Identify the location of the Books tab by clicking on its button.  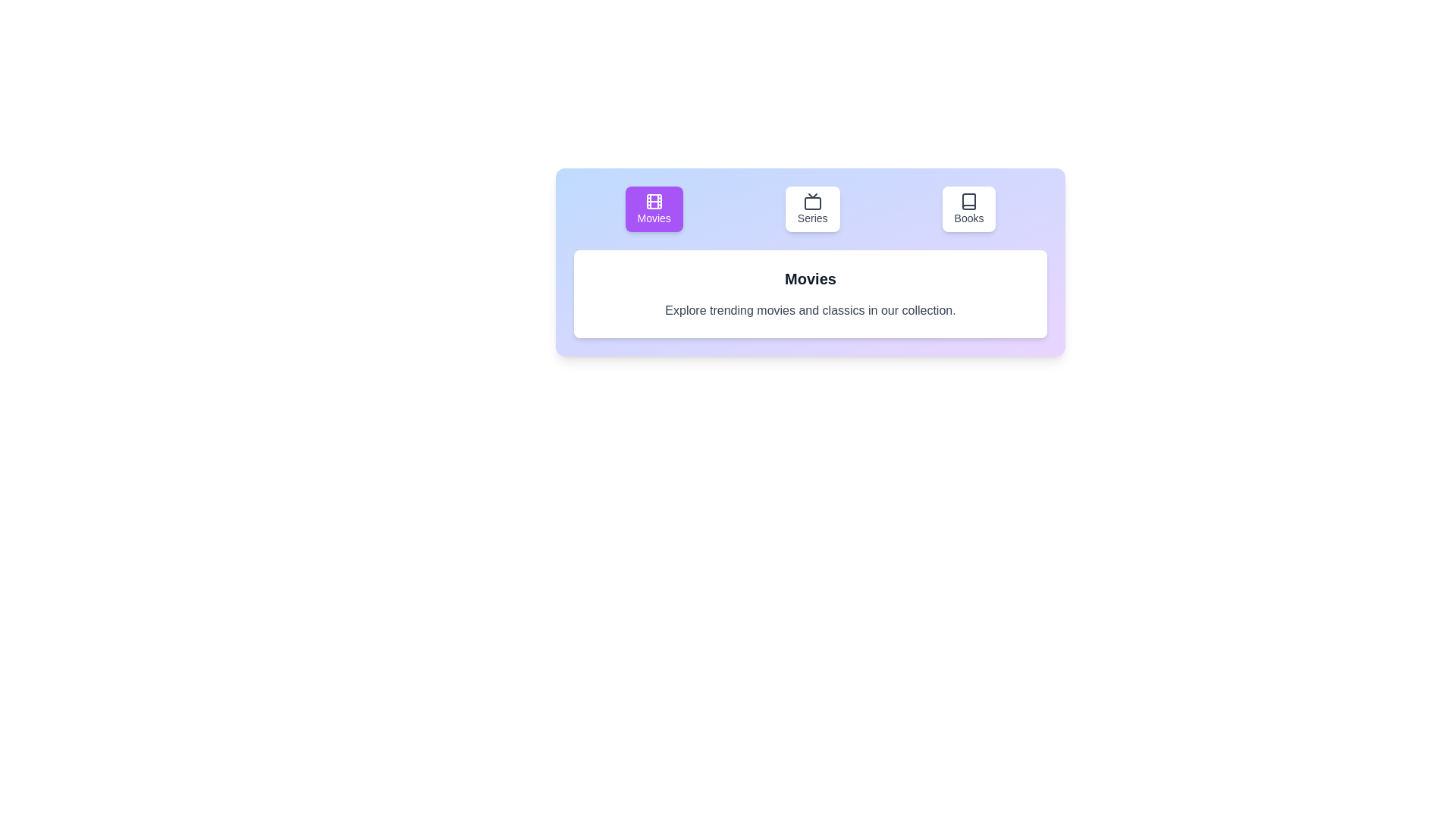
(968, 209).